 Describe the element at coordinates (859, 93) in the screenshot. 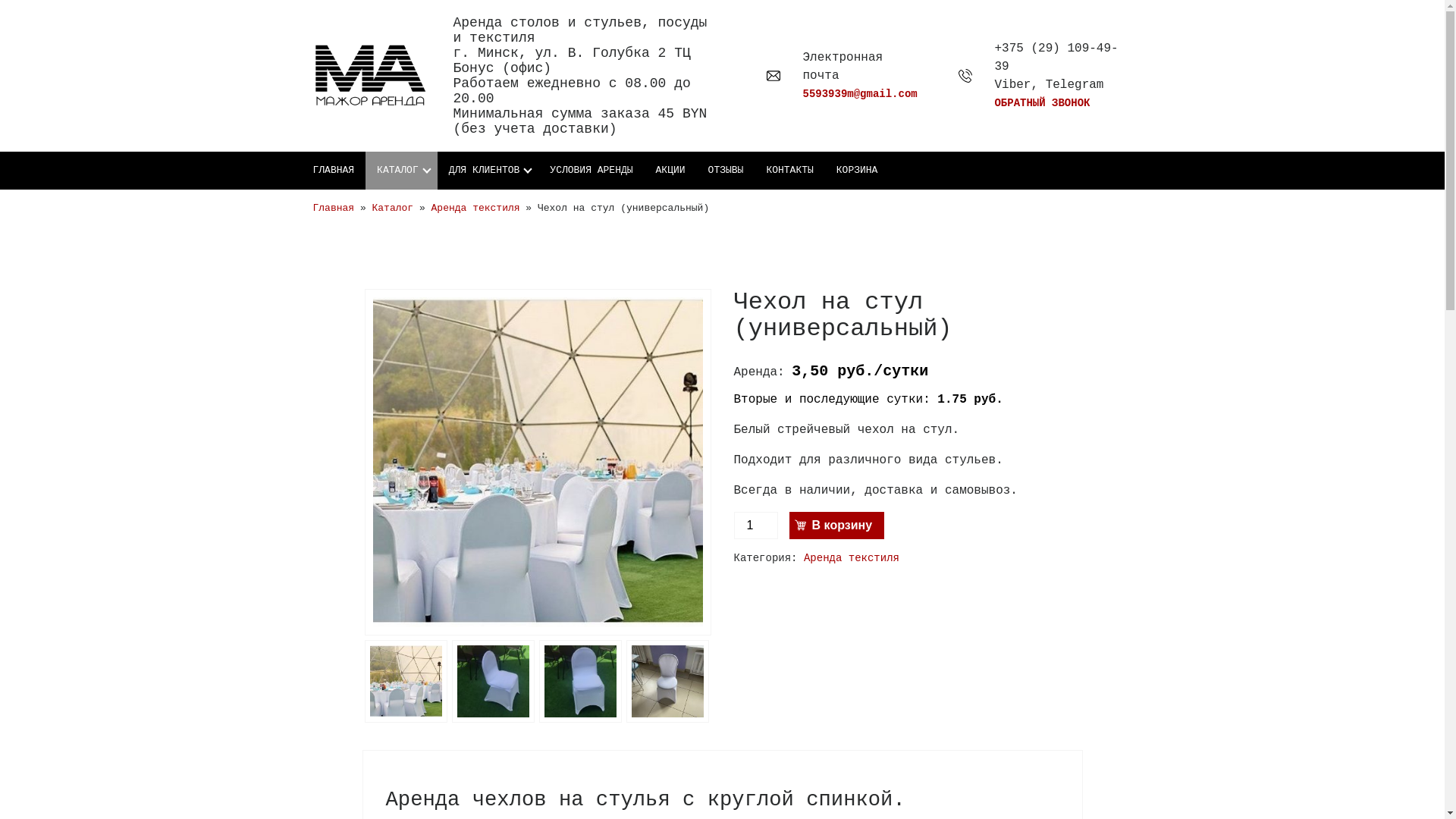

I see `'5593939m@gmail.com'` at that location.